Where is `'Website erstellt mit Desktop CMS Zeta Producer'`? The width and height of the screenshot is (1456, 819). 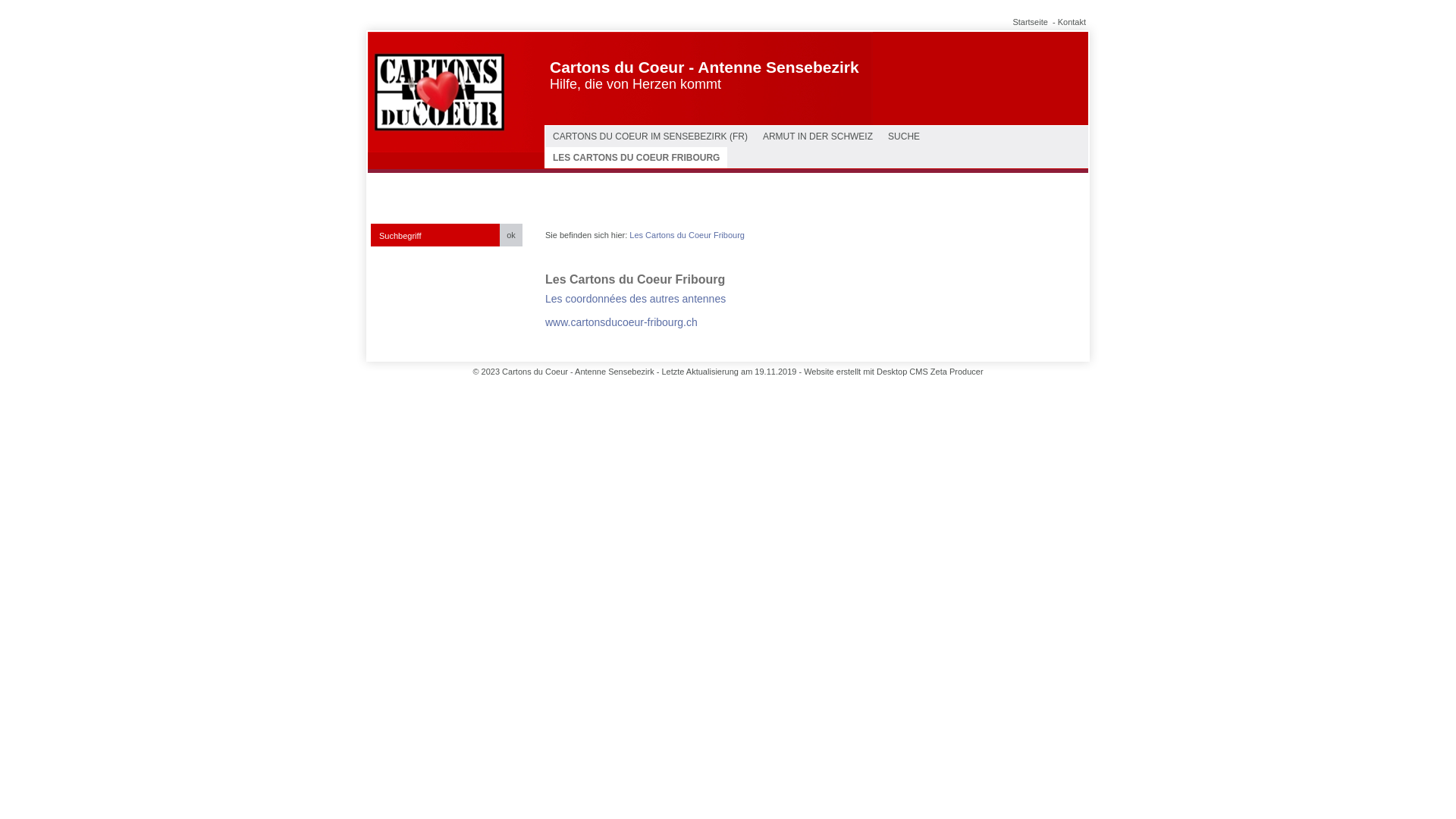
'Website erstellt mit Desktop CMS Zeta Producer' is located at coordinates (893, 371).